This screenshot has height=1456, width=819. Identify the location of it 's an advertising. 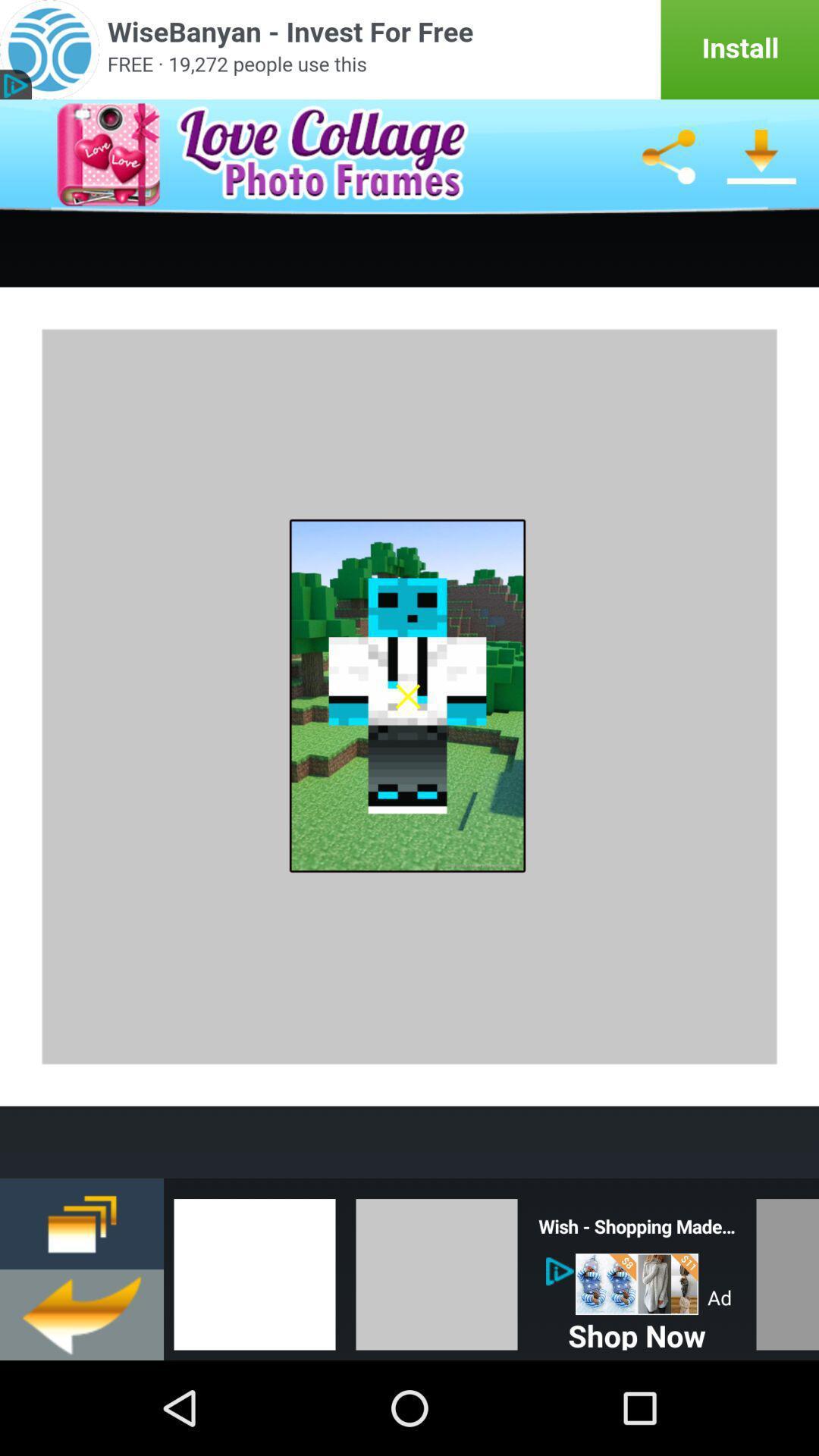
(409, 49).